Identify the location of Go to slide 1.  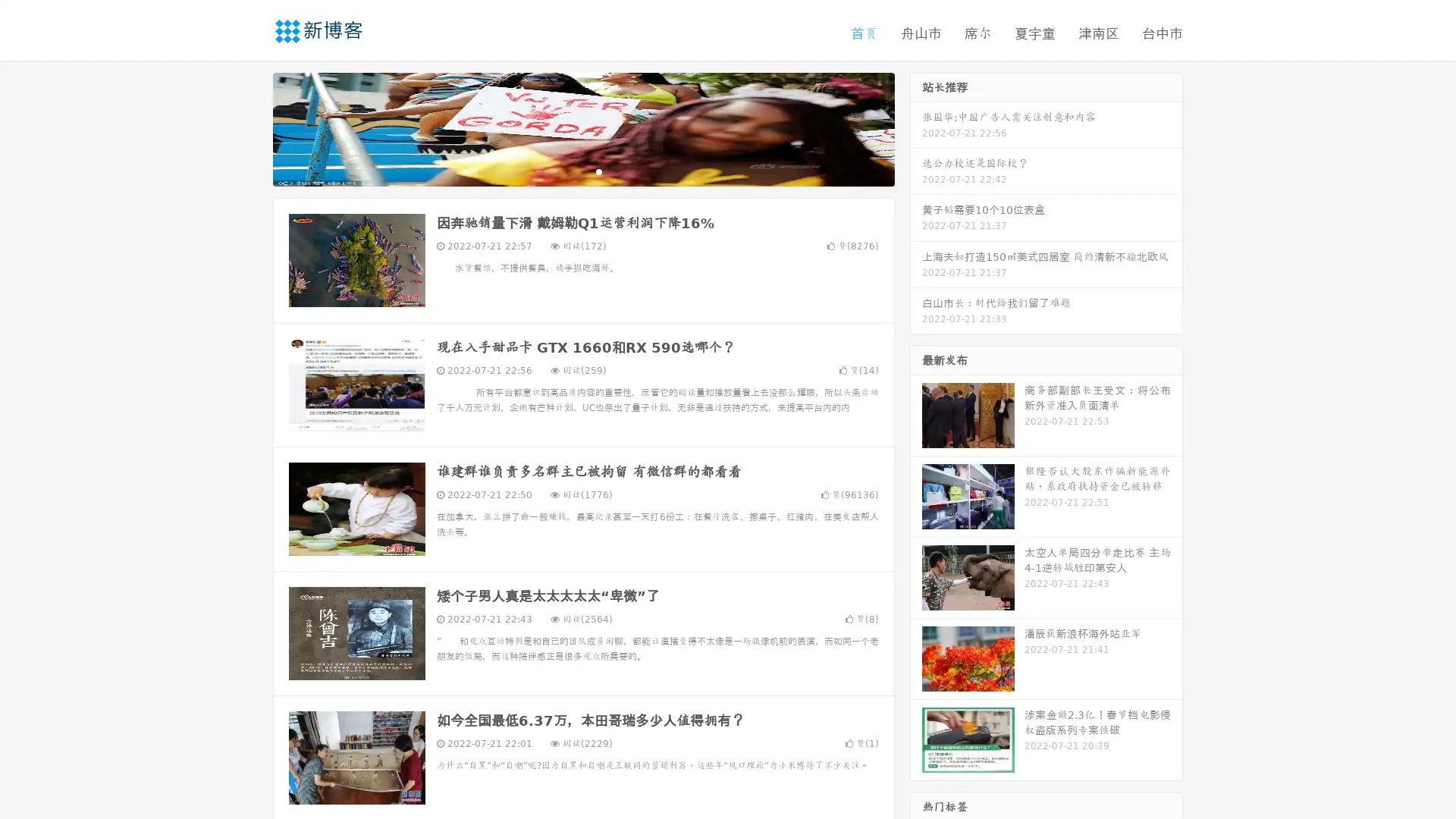
(567, 171).